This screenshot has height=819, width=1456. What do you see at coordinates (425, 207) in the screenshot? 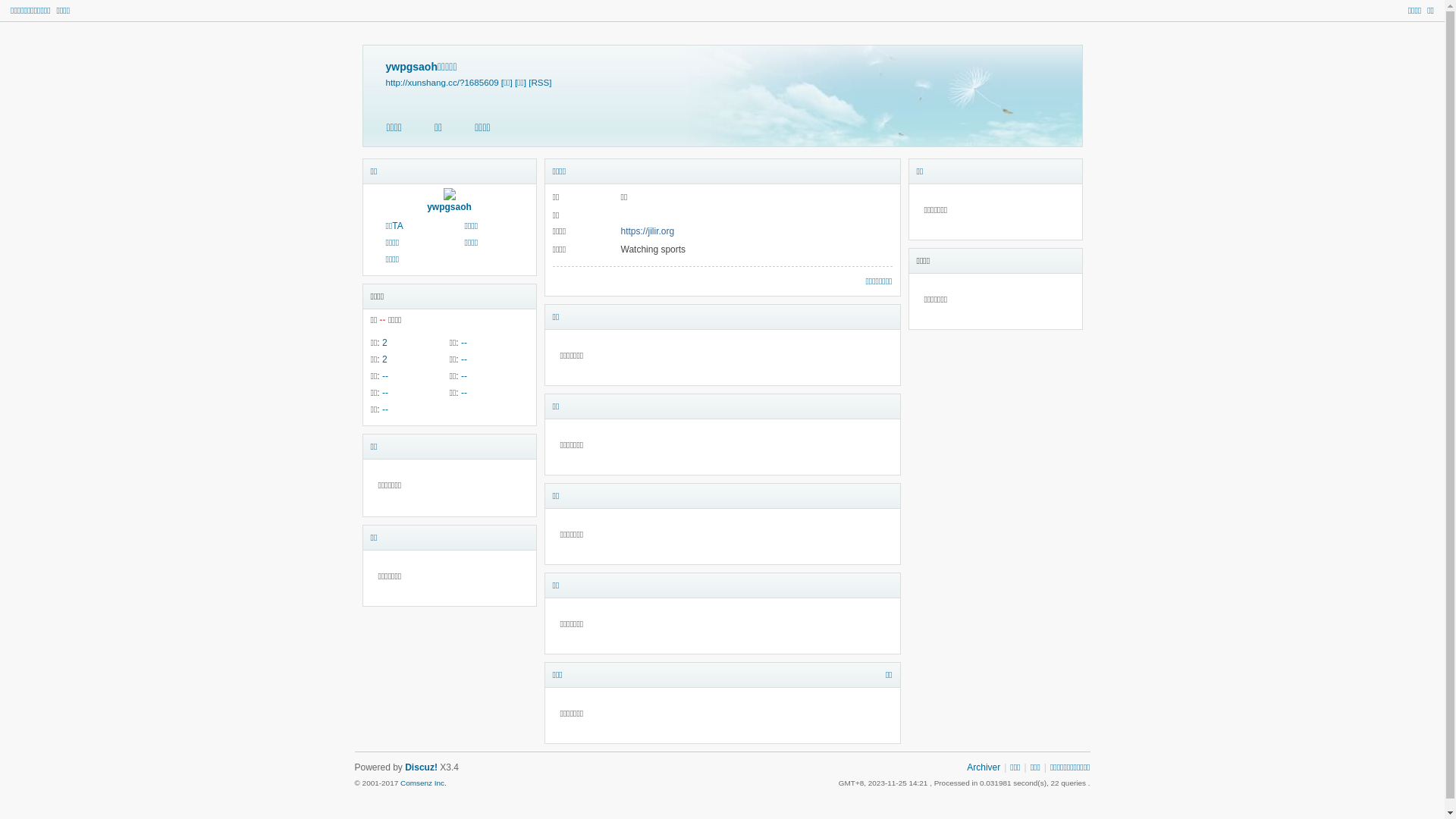
I see `'ywpgsaoh'` at bounding box center [425, 207].